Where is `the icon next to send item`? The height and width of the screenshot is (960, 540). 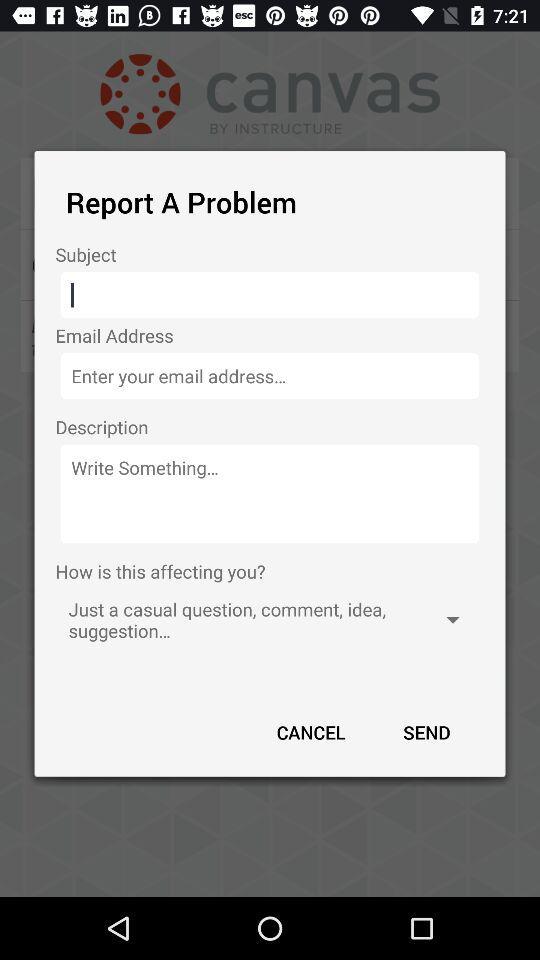
the icon next to send item is located at coordinates (311, 731).